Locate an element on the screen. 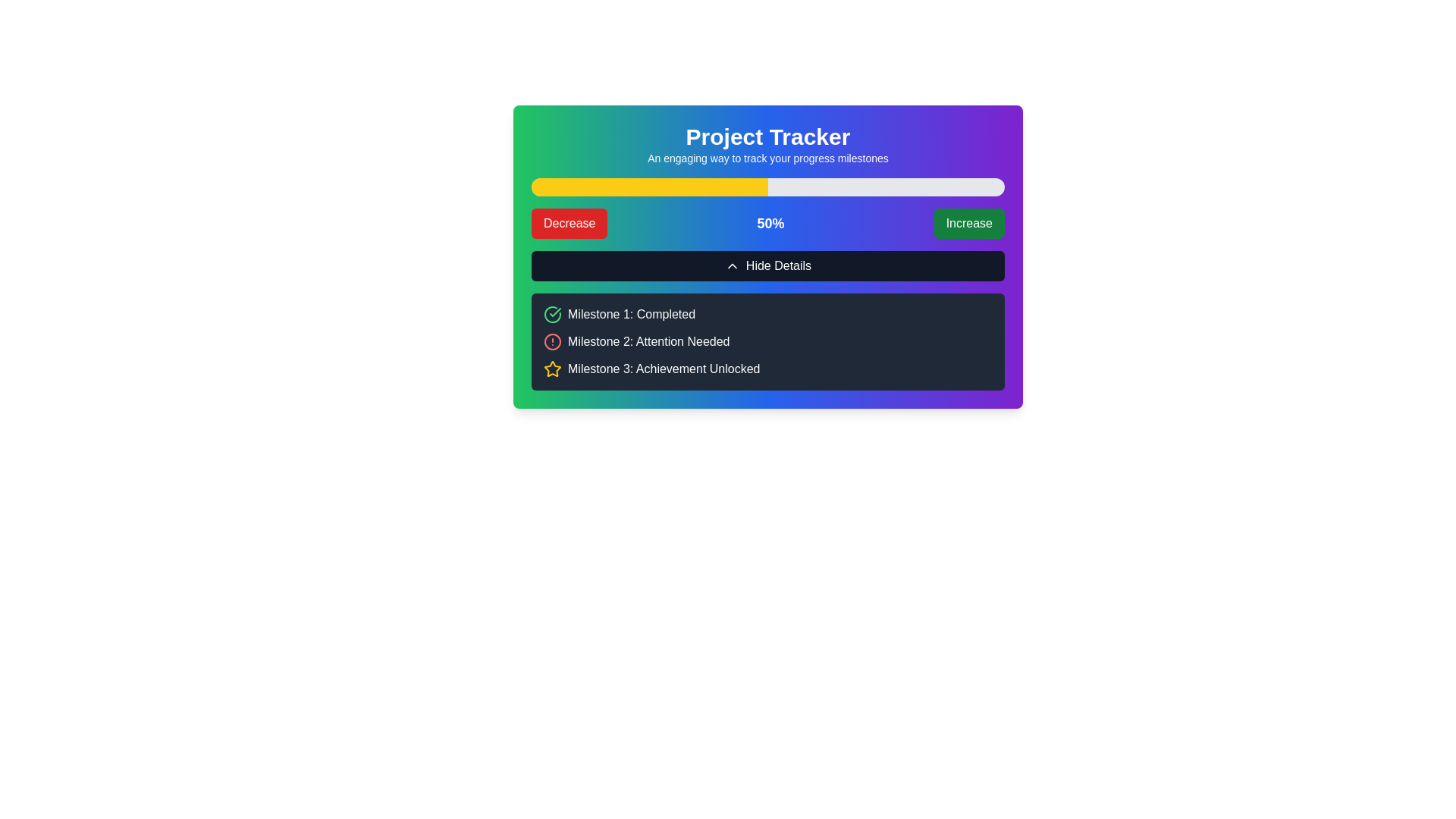 The image size is (1456, 819). the circular checkmark icon representing the completion status of 'Milestone 1: Completed', which is positioned to the left of the milestone text is located at coordinates (552, 314).